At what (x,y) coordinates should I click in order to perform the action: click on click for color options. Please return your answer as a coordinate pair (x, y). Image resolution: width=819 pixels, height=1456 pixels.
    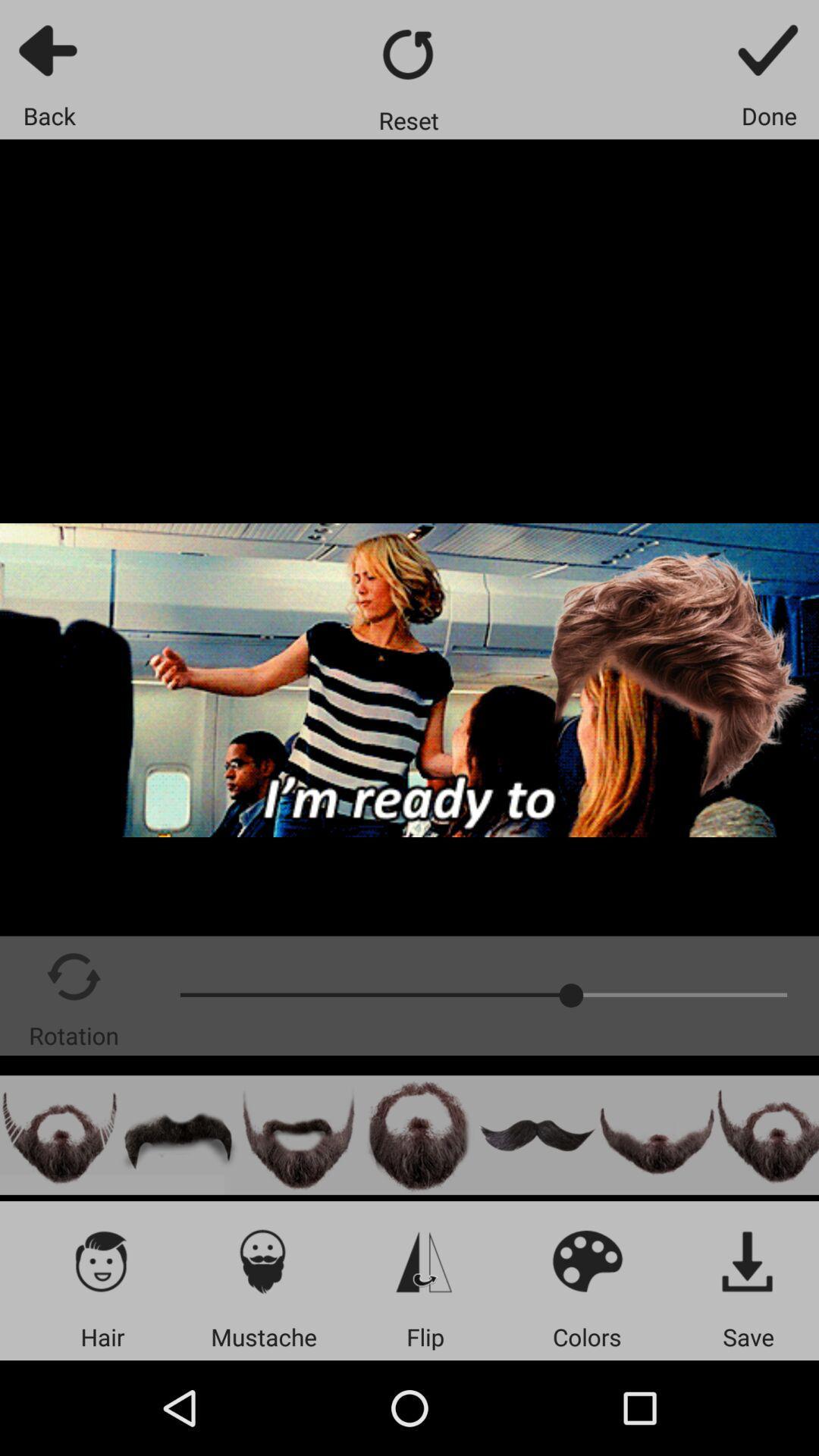
    Looking at the image, I should click on (586, 1260).